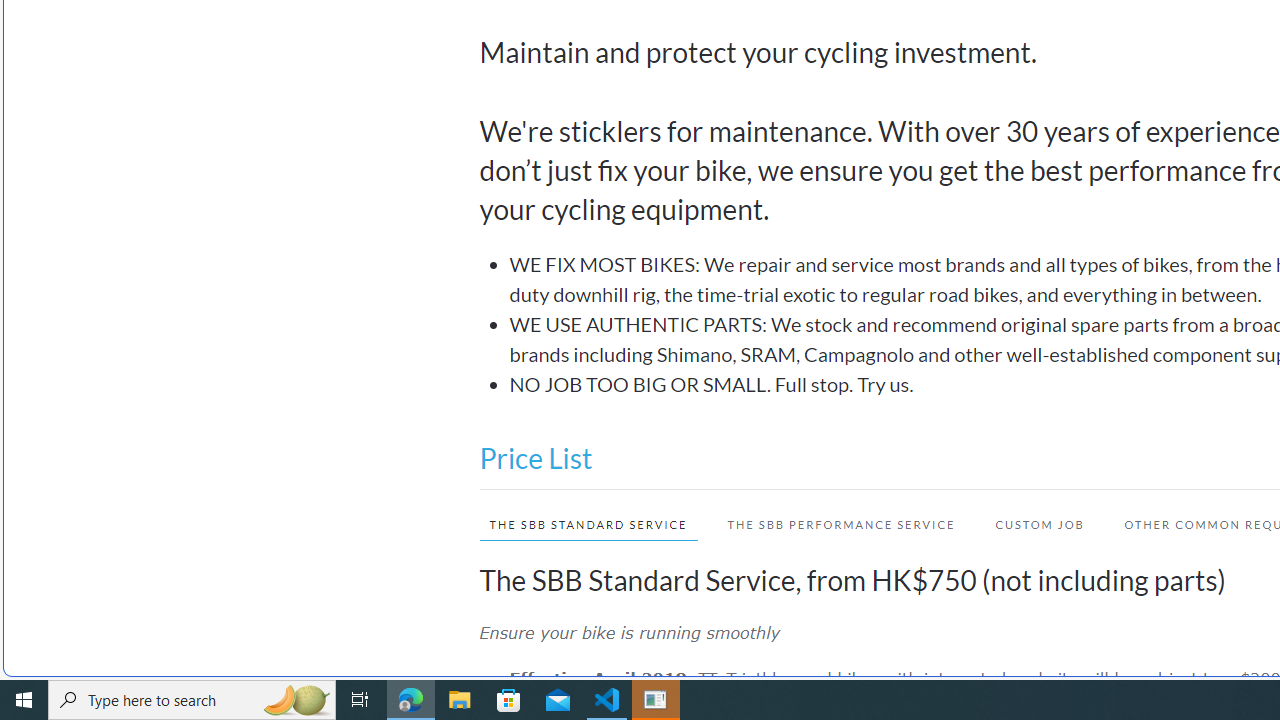 The image size is (1280, 720). What do you see at coordinates (577, 523) in the screenshot?
I see `'THE SBB STANDARD SERVICE'` at bounding box center [577, 523].